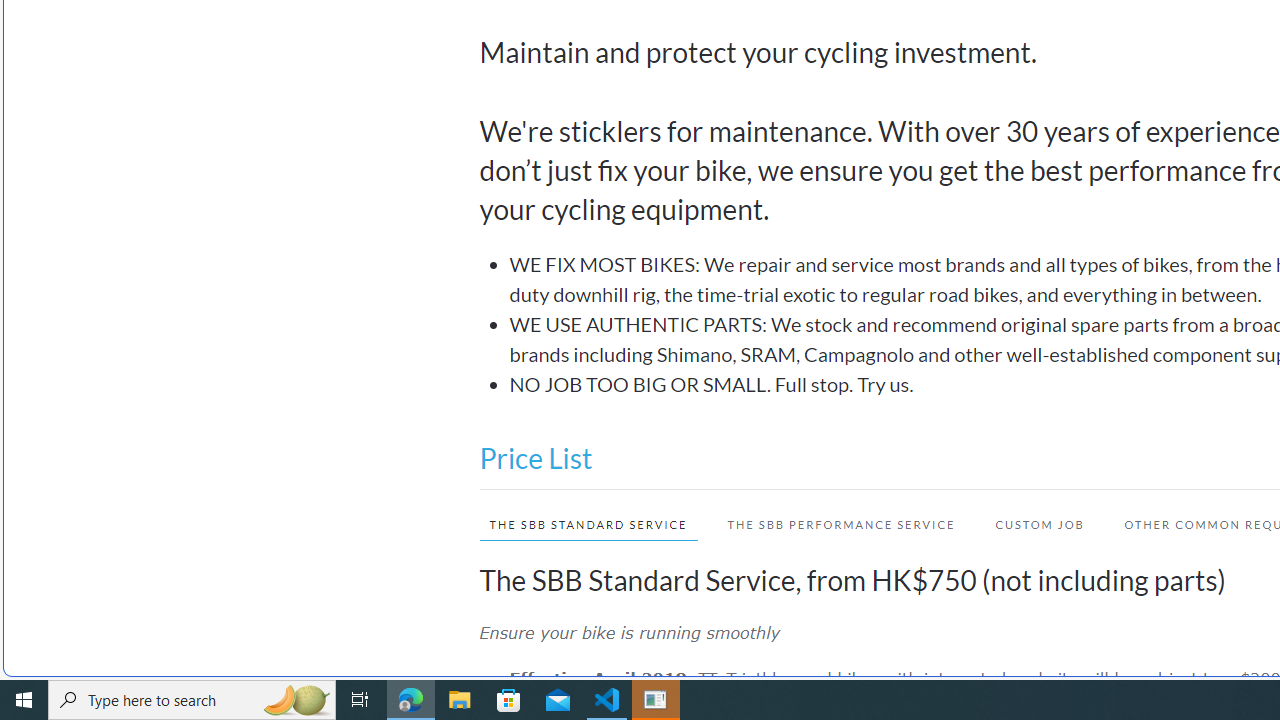 The image size is (1280, 720). What do you see at coordinates (577, 523) in the screenshot?
I see `'THE SBB STANDARD SERVICE'` at bounding box center [577, 523].